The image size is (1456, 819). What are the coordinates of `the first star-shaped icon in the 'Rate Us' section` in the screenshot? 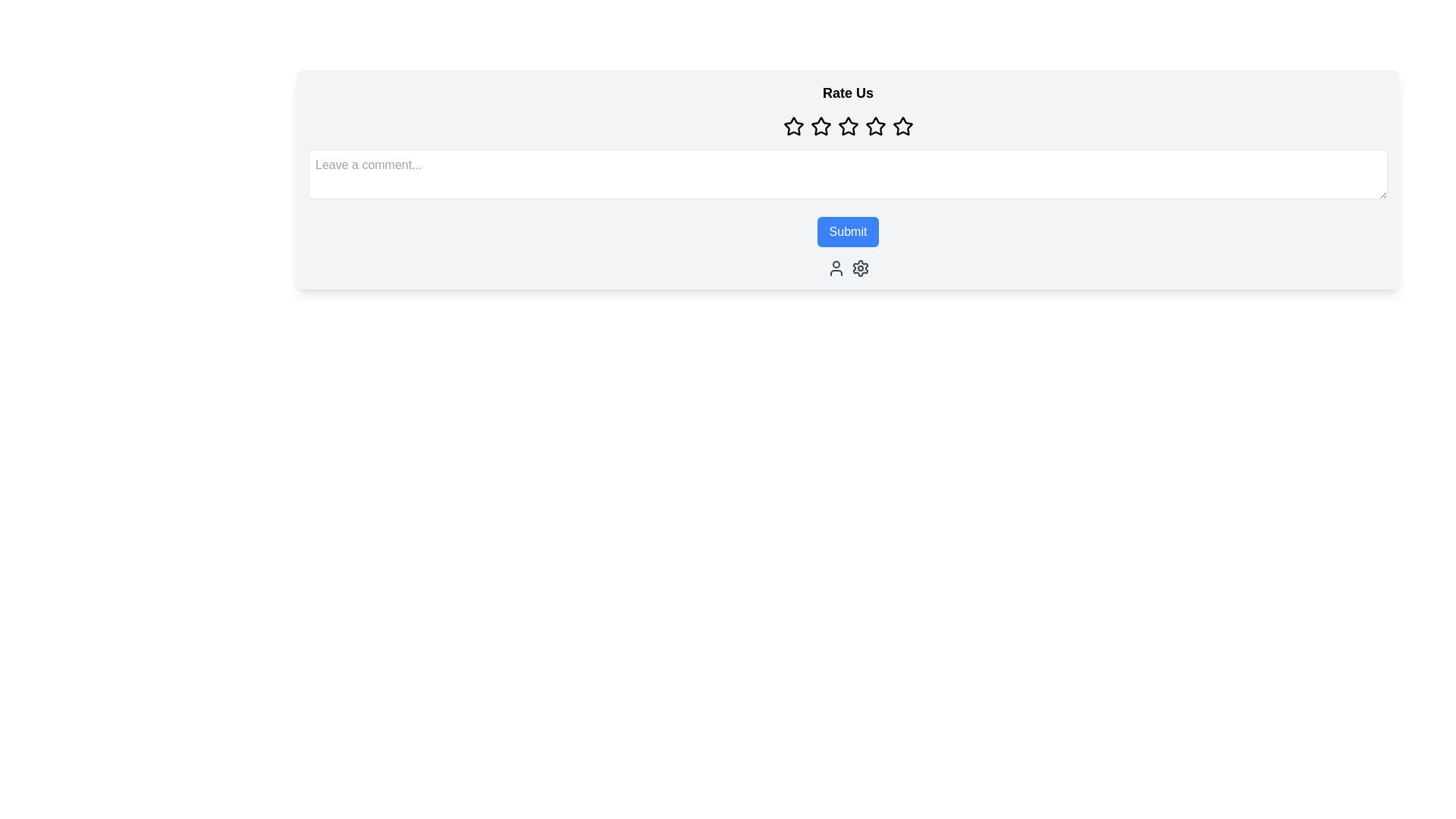 It's located at (792, 125).